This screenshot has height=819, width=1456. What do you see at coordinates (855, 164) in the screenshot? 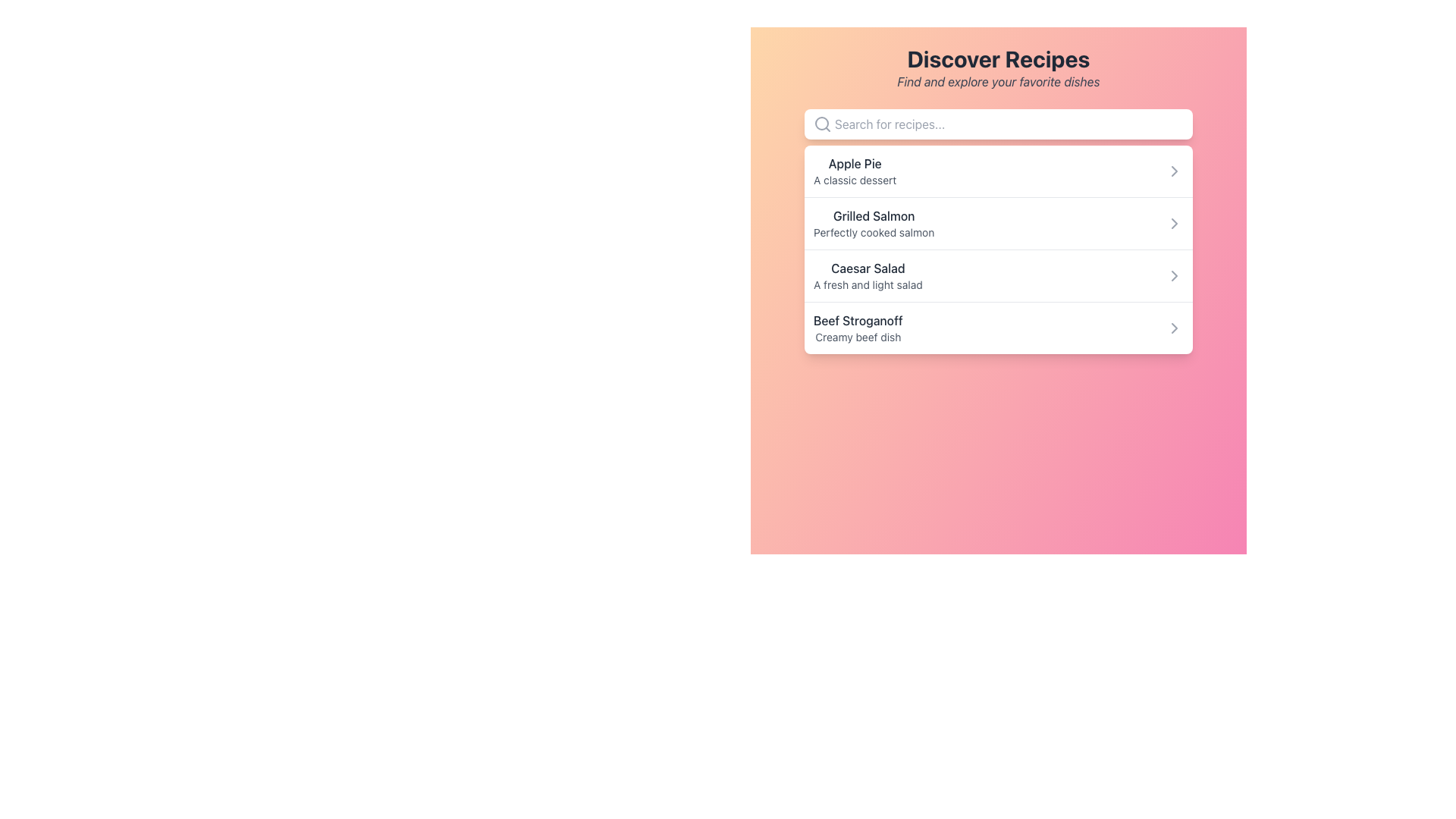
I see `the Text Label that serves as the title for the recipe, positioned at the top left of the recipe card` at bounding box center [855, 164].